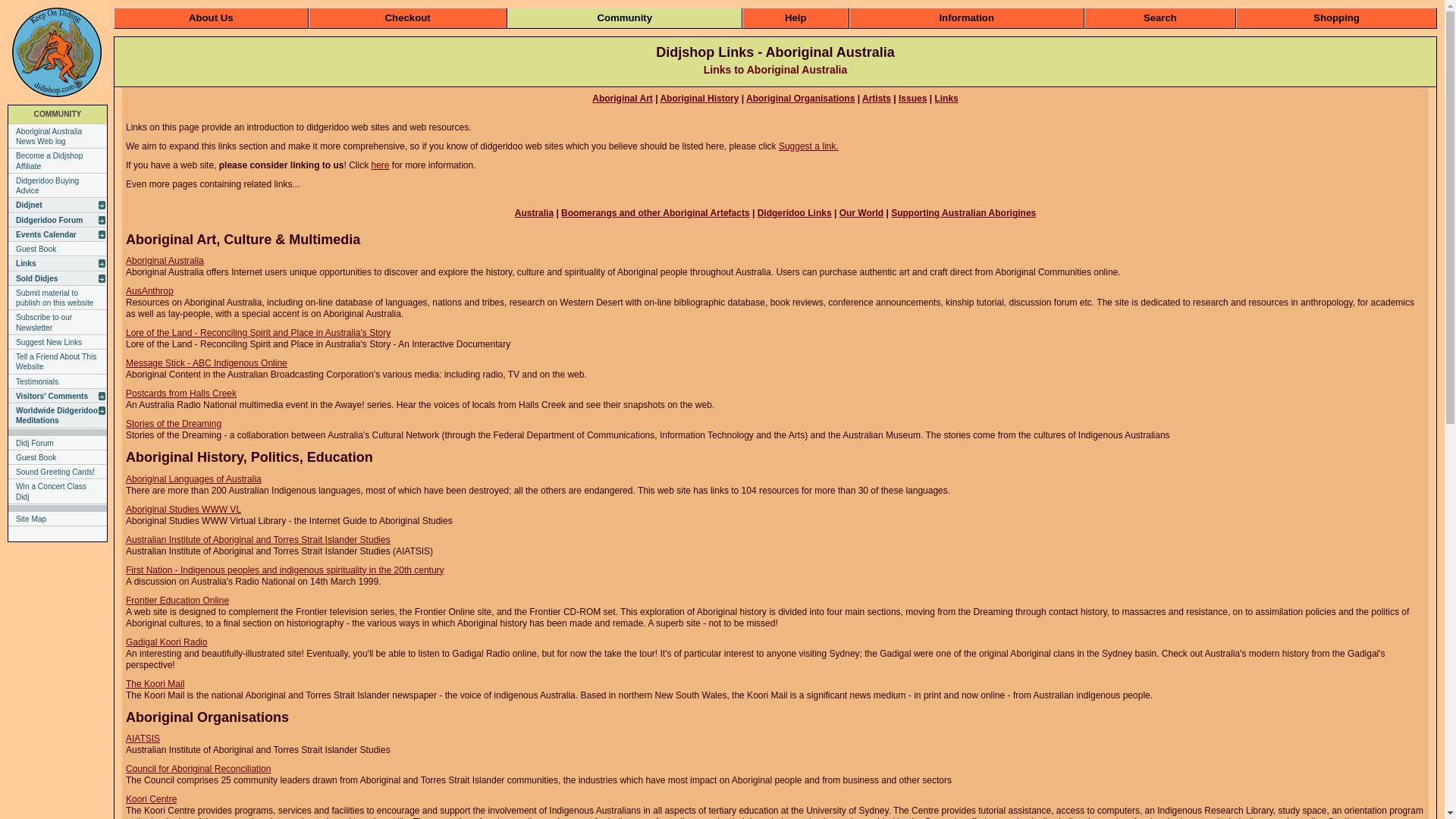  I want to click on 'Site Map', so click(8, 518).